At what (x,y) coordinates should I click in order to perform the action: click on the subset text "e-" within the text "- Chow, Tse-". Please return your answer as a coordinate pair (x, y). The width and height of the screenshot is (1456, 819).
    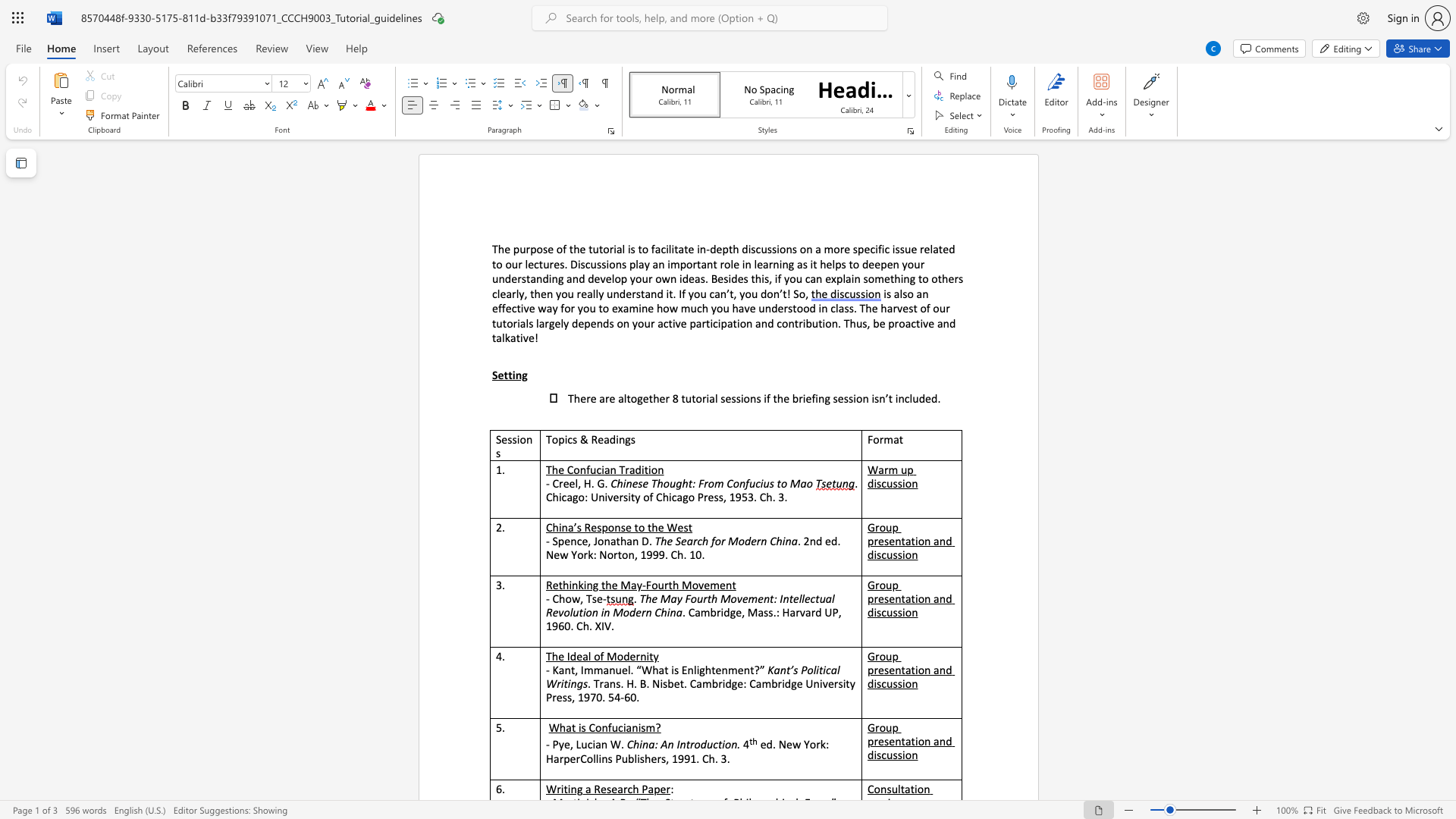
    Looking at the image, I should click on (596, 598).